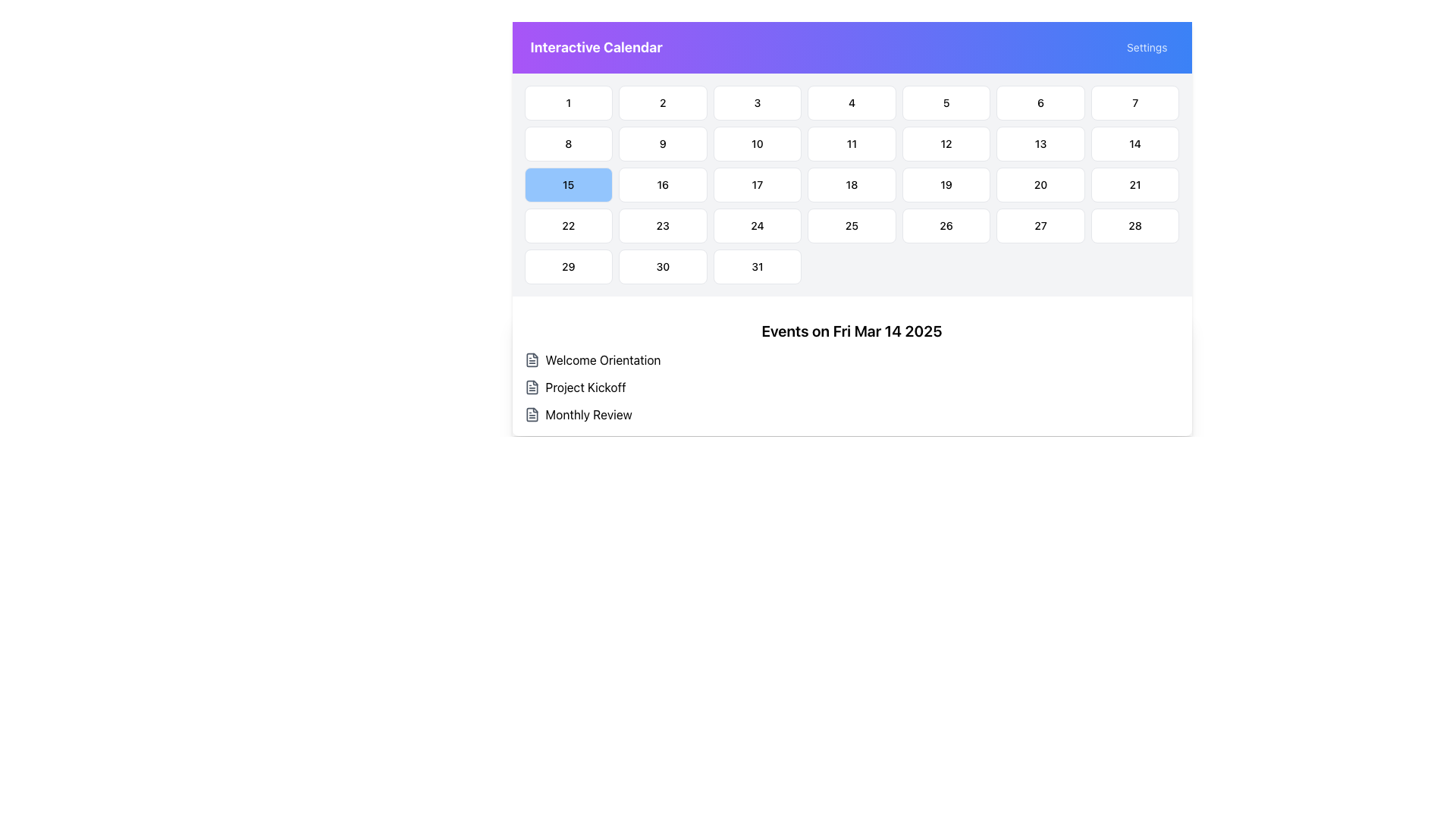 This screenshot has height=819, width=1456. What do you see at coordinates (946, 143) in the screenshot?
I see `the calendar cell representing day 12` at bounding box center [946, 143].